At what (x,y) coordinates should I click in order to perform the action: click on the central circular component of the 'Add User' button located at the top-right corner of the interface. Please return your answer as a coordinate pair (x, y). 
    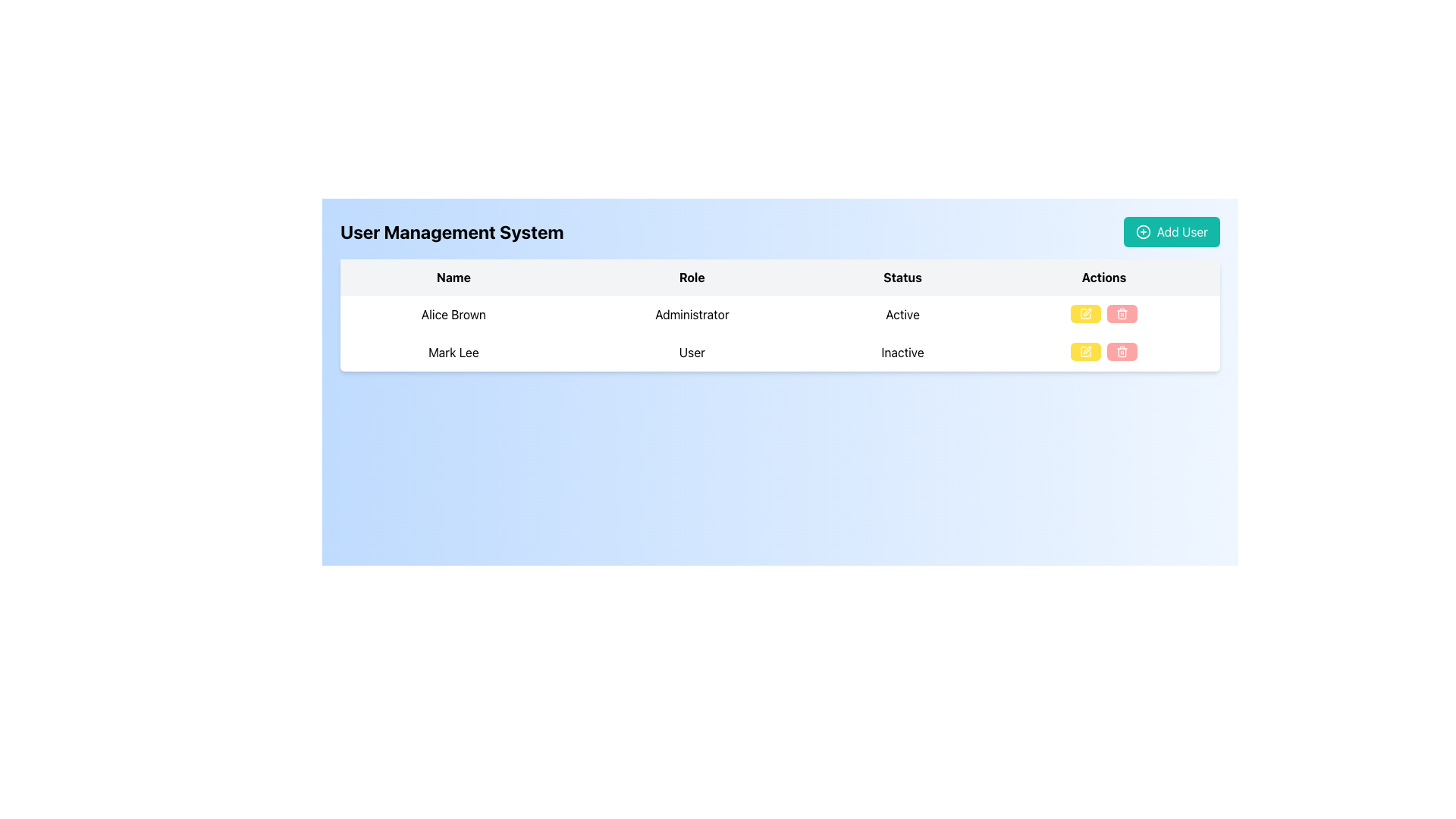
    Looking at the image, I should click on (1143, 231).